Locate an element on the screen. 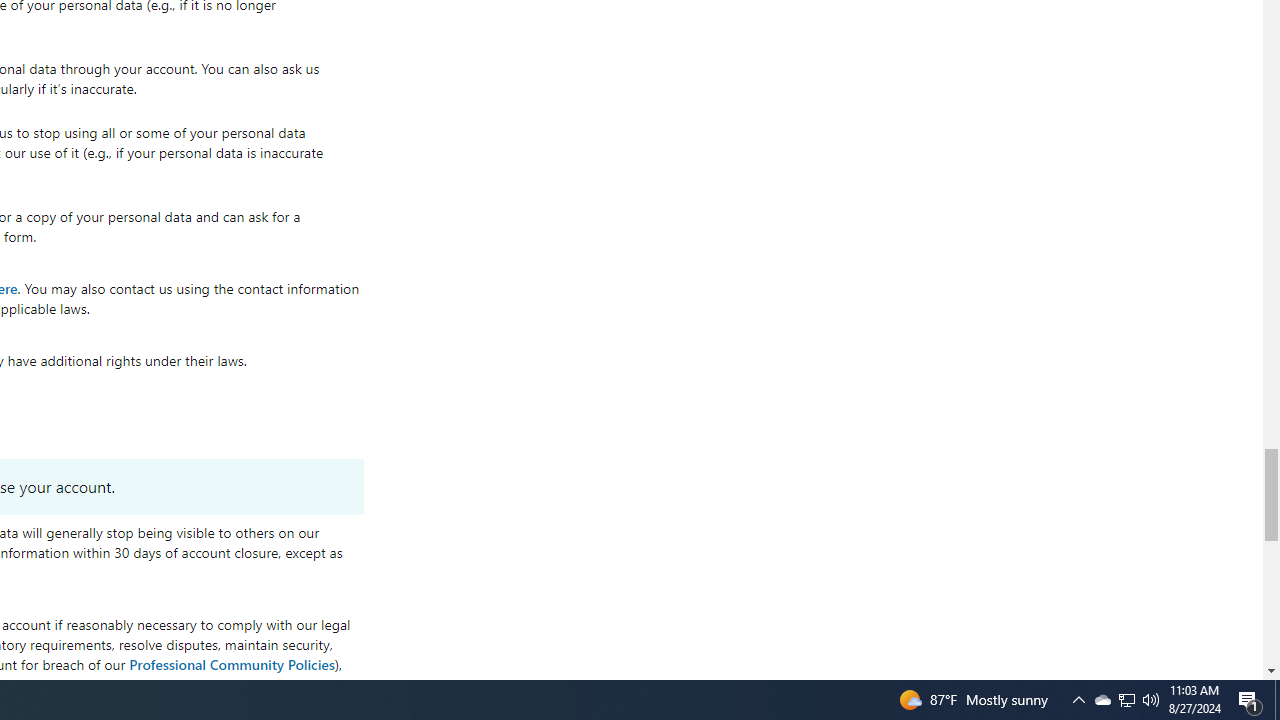 Image resolution: width=1280 pixels, height=720 pixels. 'Professional Community Policies' is located at coordinates (232, 663).